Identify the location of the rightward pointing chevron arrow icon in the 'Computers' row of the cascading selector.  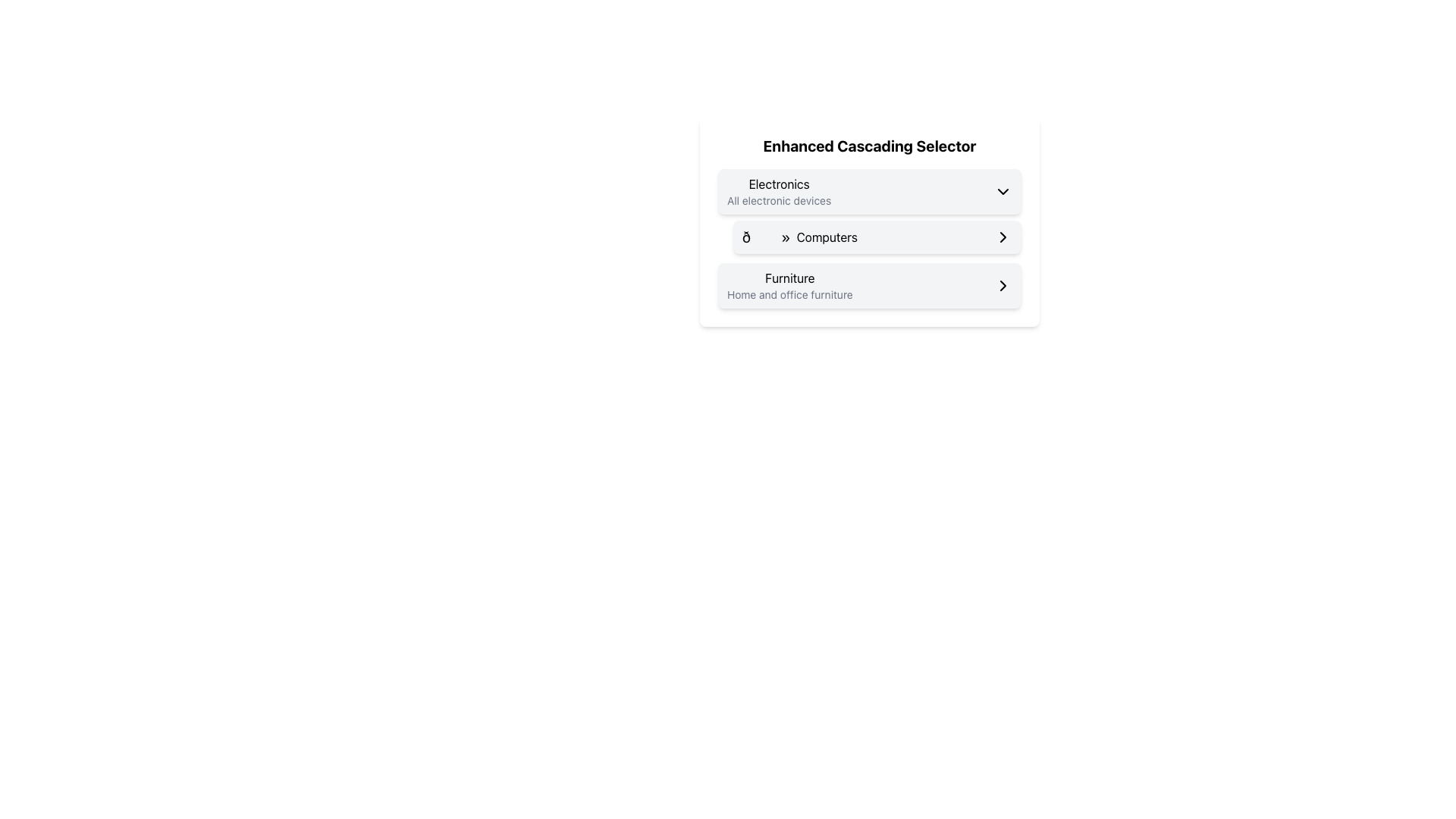
(1003, 237).